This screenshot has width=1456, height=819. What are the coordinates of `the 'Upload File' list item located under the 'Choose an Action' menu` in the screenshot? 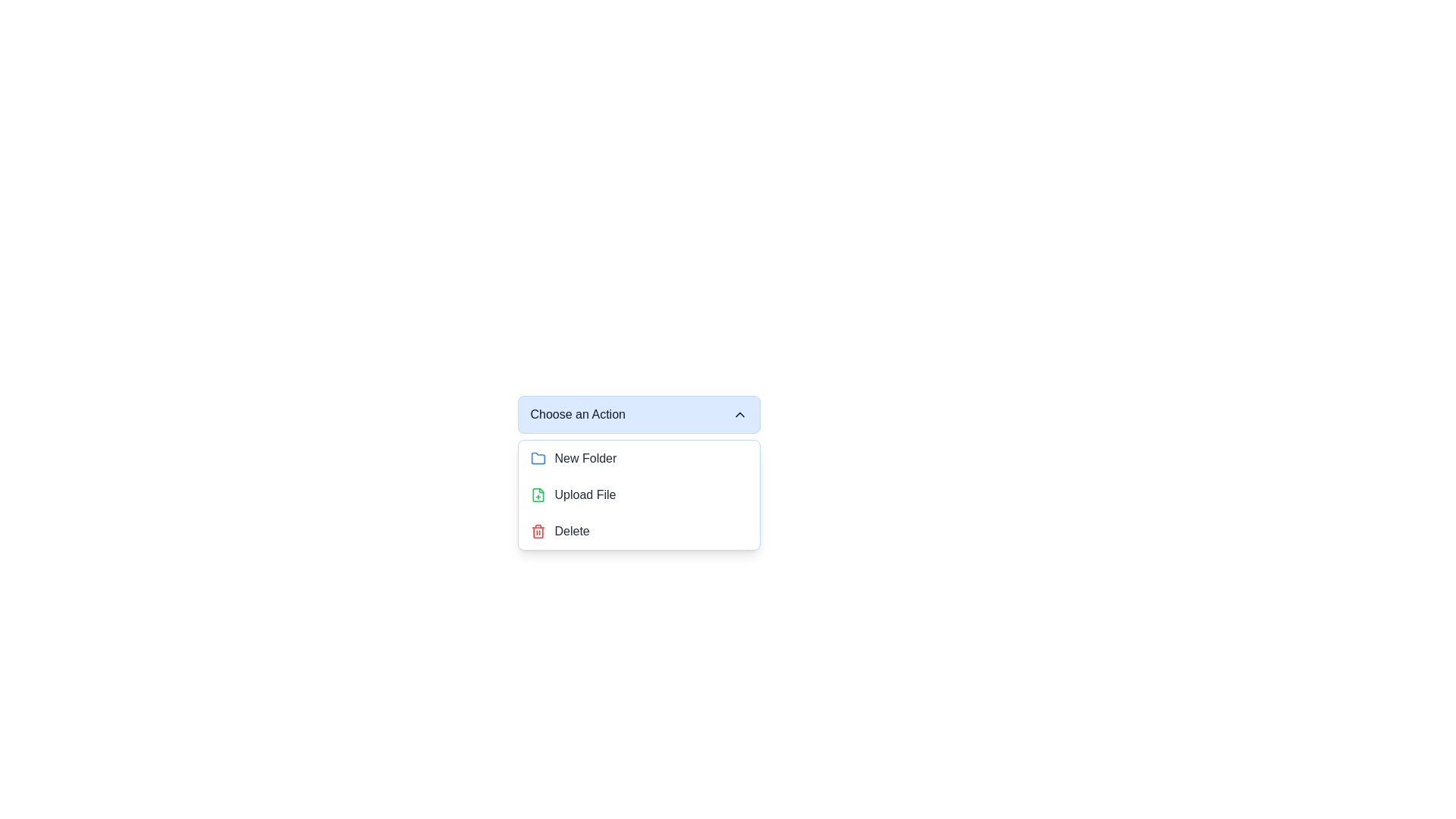 It's located at (639, 494).